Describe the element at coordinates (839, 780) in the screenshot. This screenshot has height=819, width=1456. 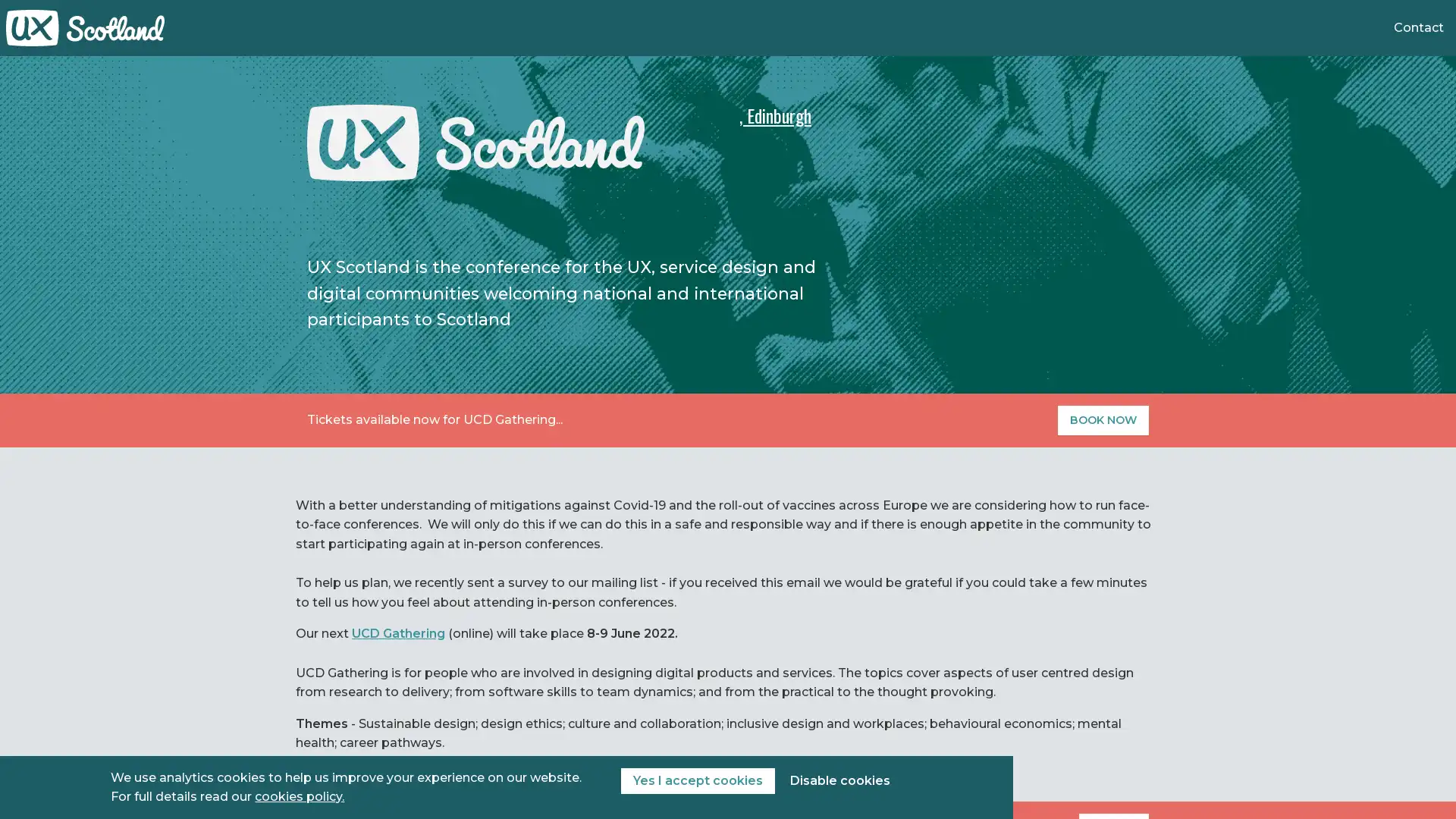
I see `Disable cookies` at that location.